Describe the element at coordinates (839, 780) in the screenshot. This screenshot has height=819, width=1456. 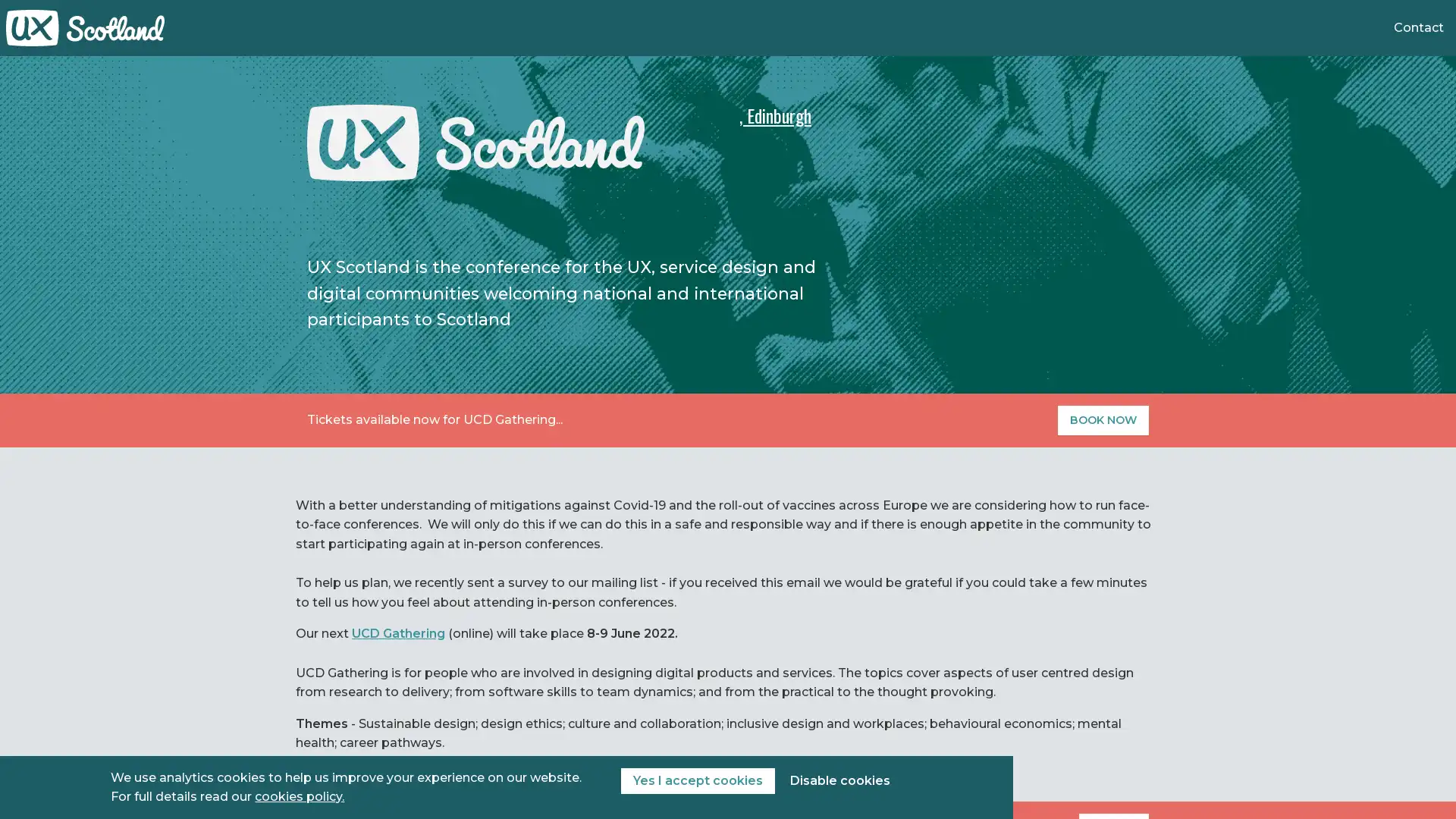
I see `Disable cookies` at that location.